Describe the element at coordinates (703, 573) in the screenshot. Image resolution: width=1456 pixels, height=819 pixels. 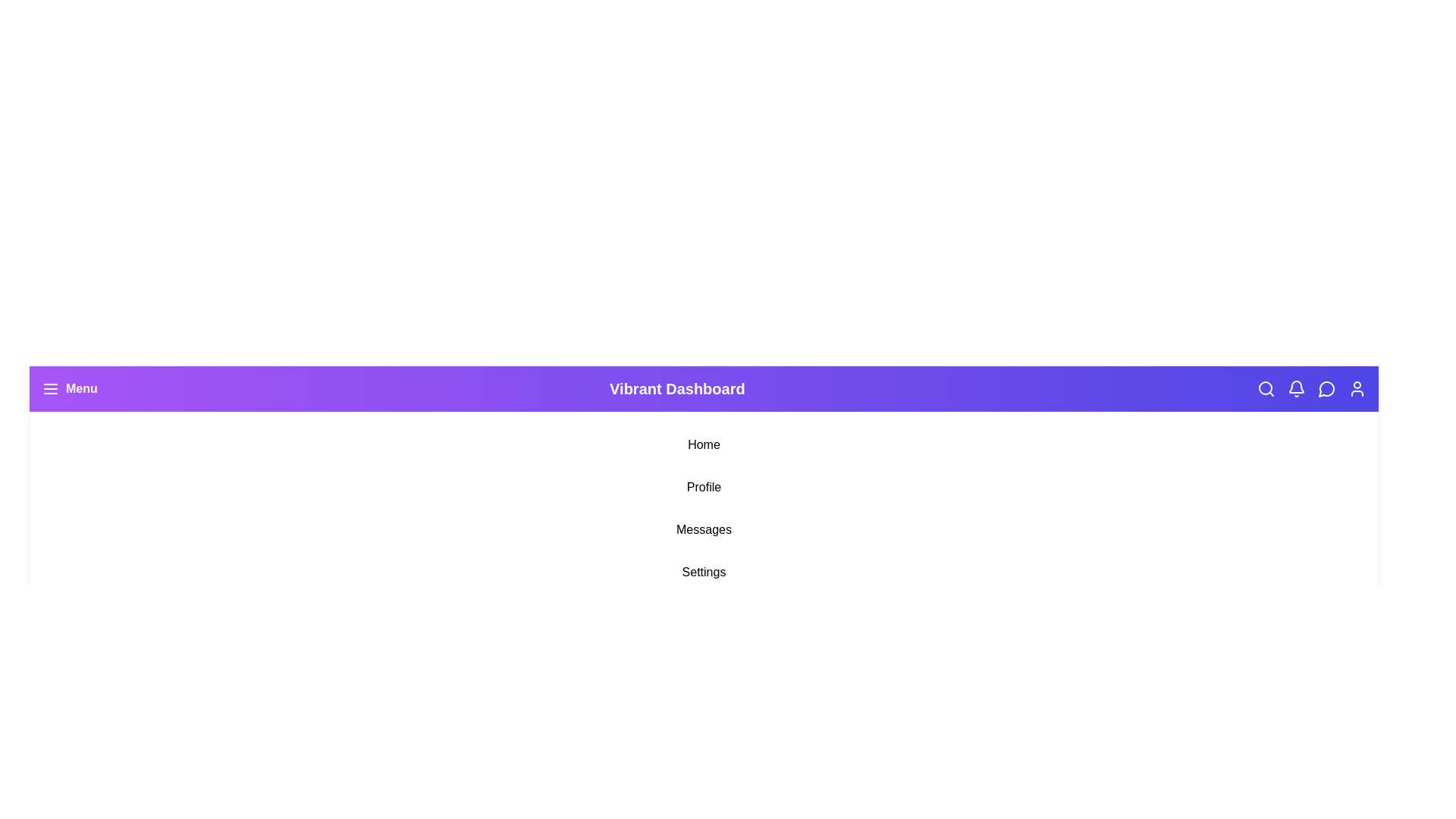
I see `the menu option Settings to navigate to the respective page` at that location.